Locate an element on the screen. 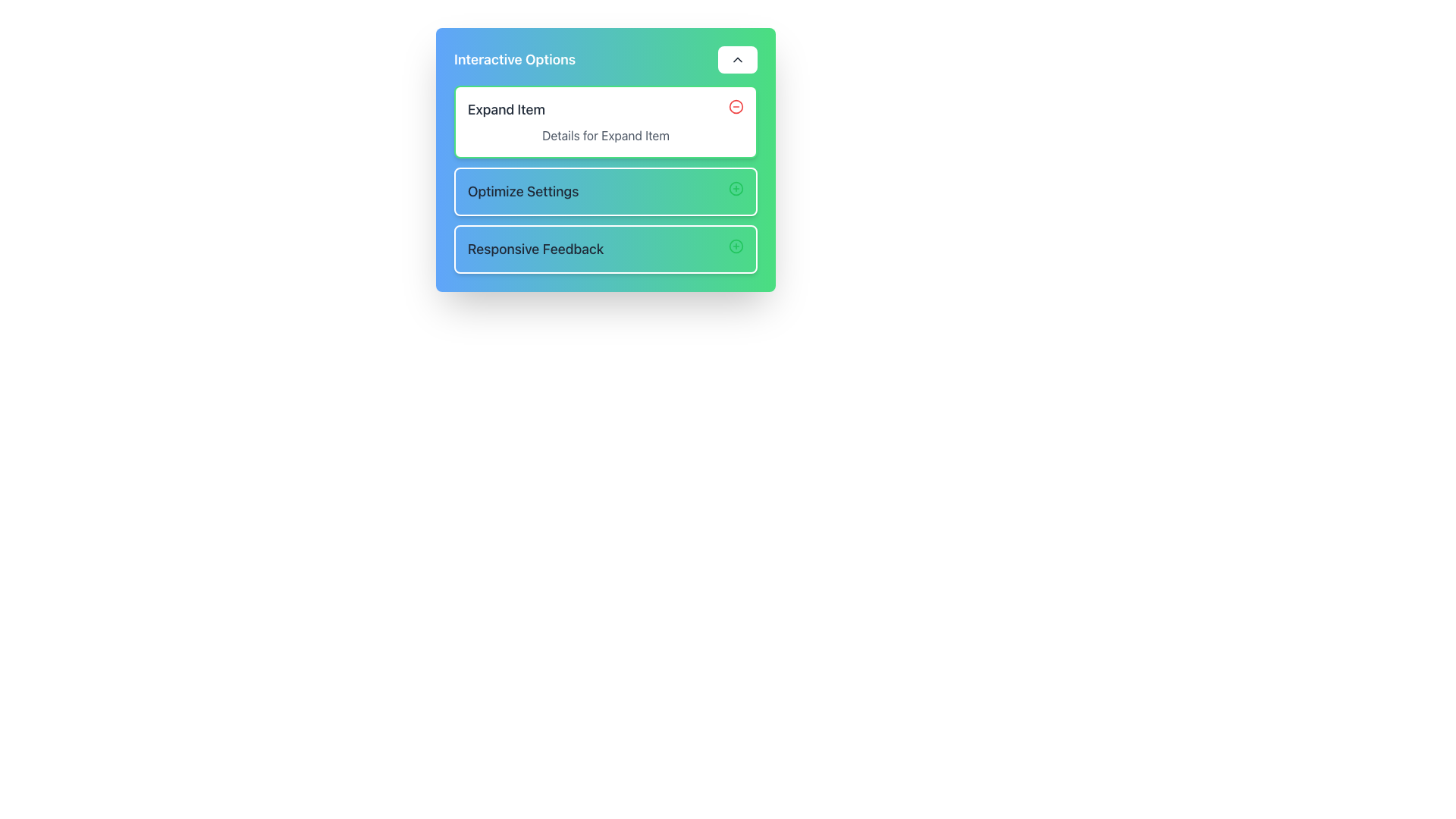 This screenshot has width=1456, height=819. the SVG circle component with a green border, located within the 'Optimize Settings' button, positioned to the right of its label text is located at coordinates (736, 188).